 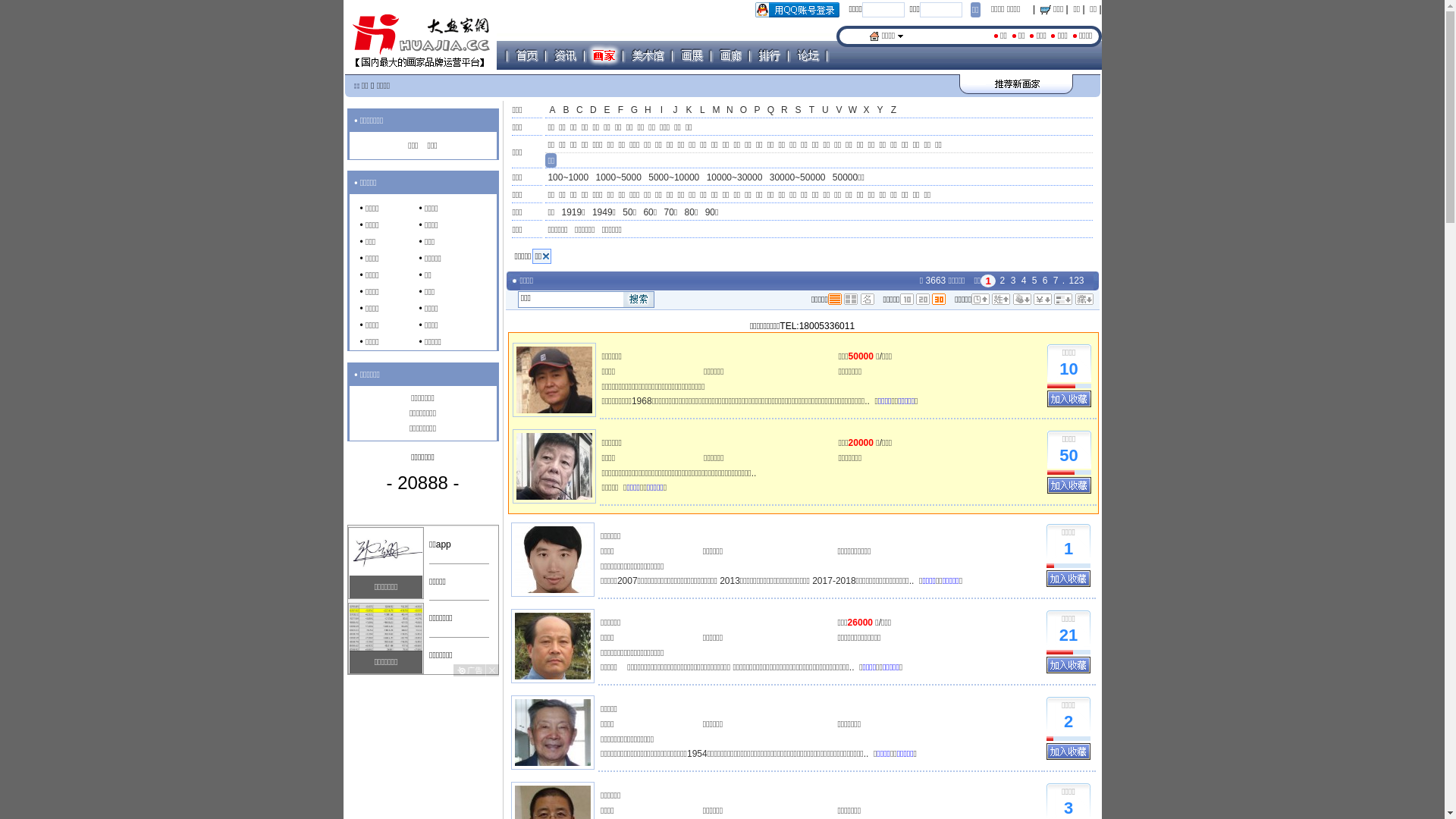 I want to click on 'K', so click(x=687, y=110).